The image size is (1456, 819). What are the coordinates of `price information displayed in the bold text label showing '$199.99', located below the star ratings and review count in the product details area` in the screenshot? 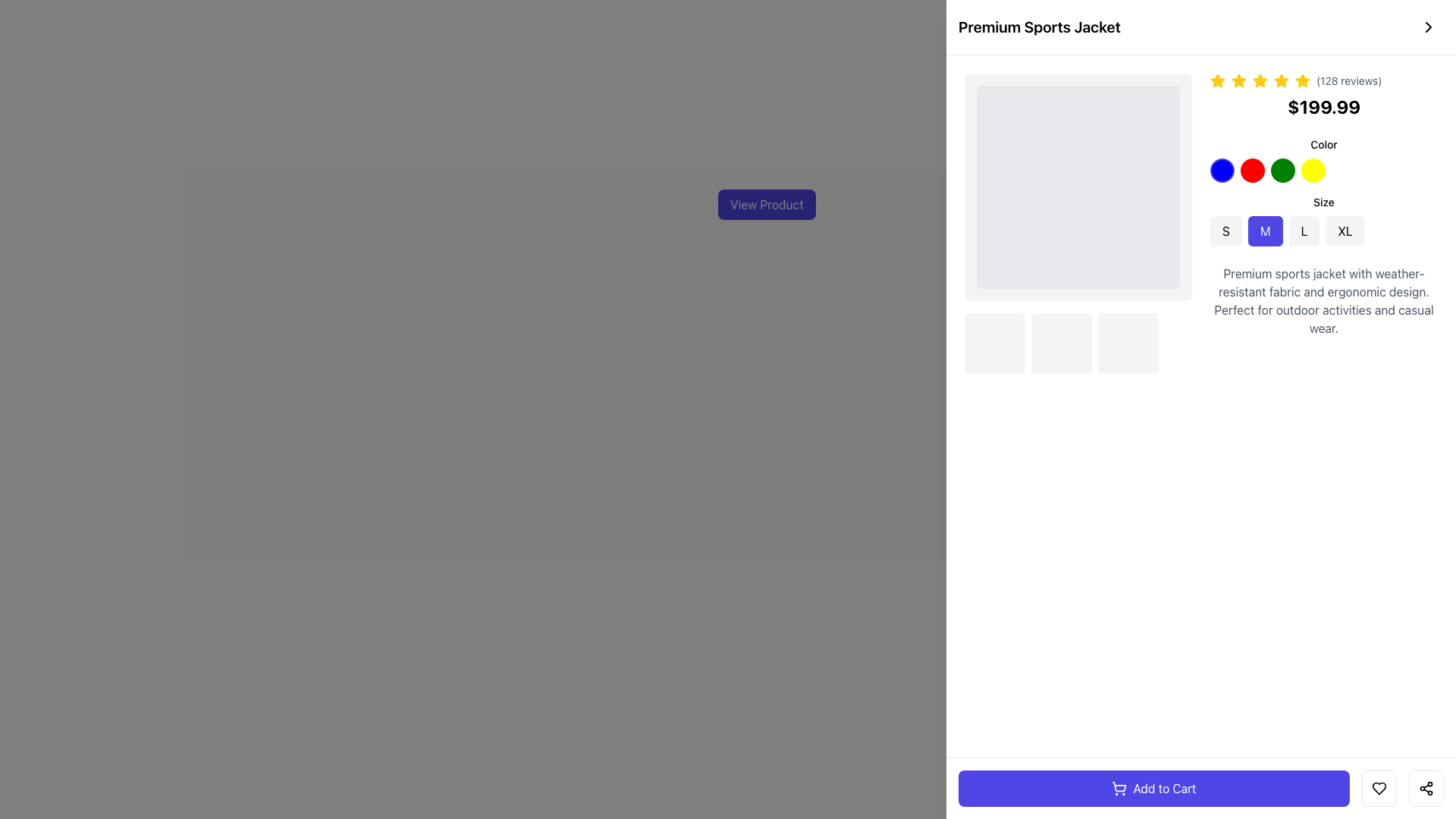 It's located at (1323, 106).